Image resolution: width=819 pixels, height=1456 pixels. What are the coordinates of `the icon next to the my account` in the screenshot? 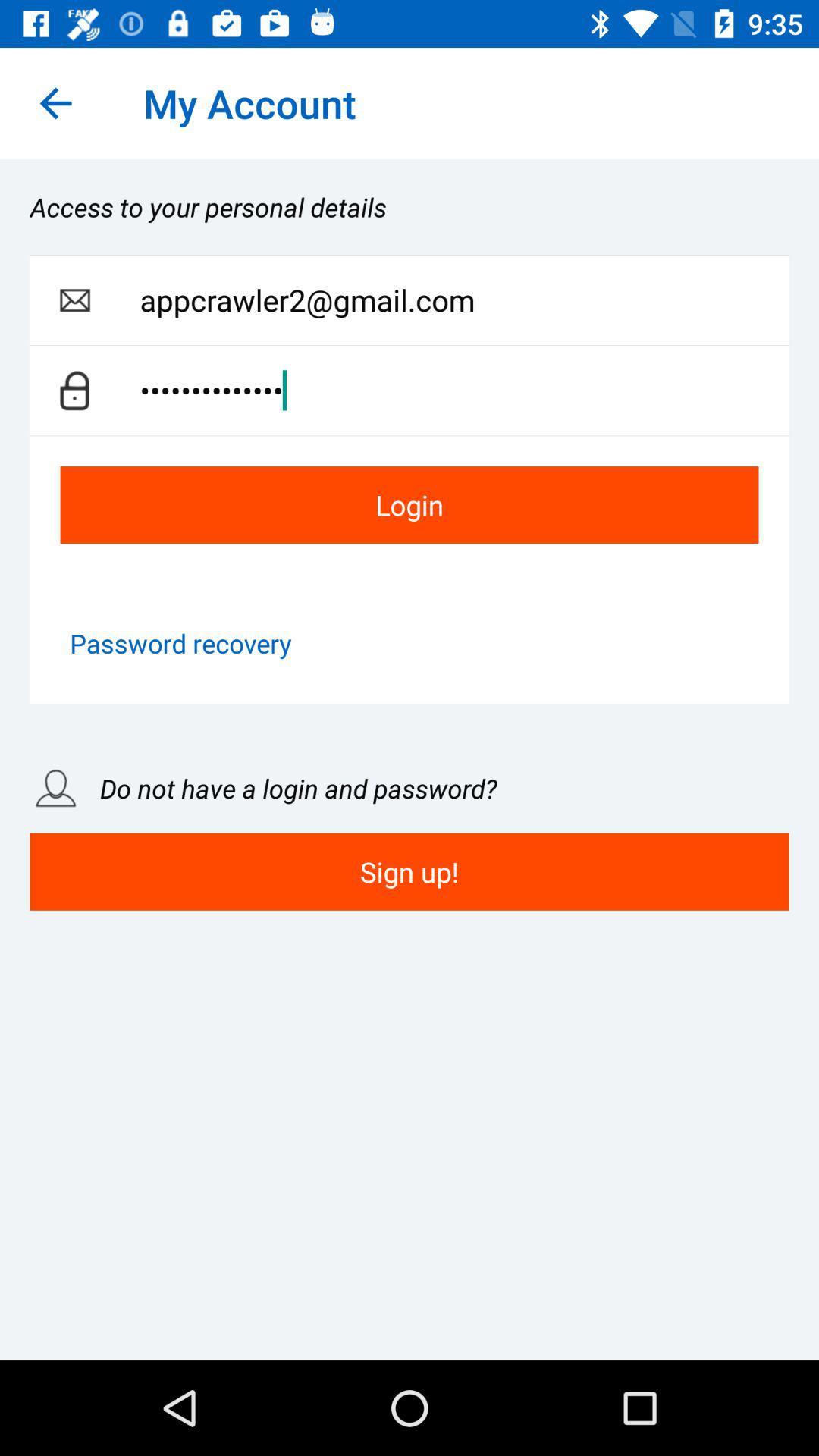 It's located at (55, 102).